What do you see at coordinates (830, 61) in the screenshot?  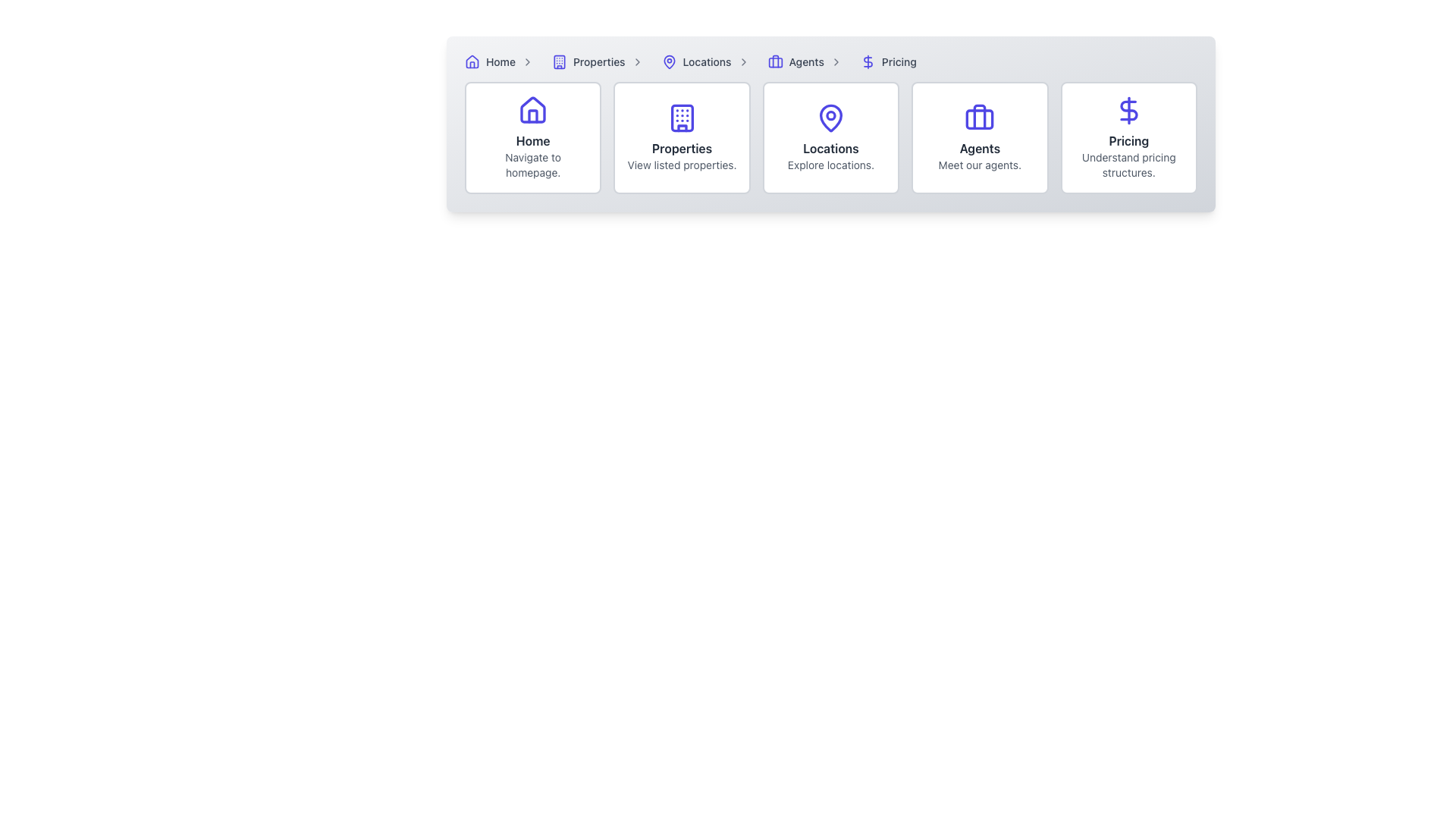 I see `a breadcrumb segment in the navigation bar located at the upper section of the interface` at bounding box center [830, 61].